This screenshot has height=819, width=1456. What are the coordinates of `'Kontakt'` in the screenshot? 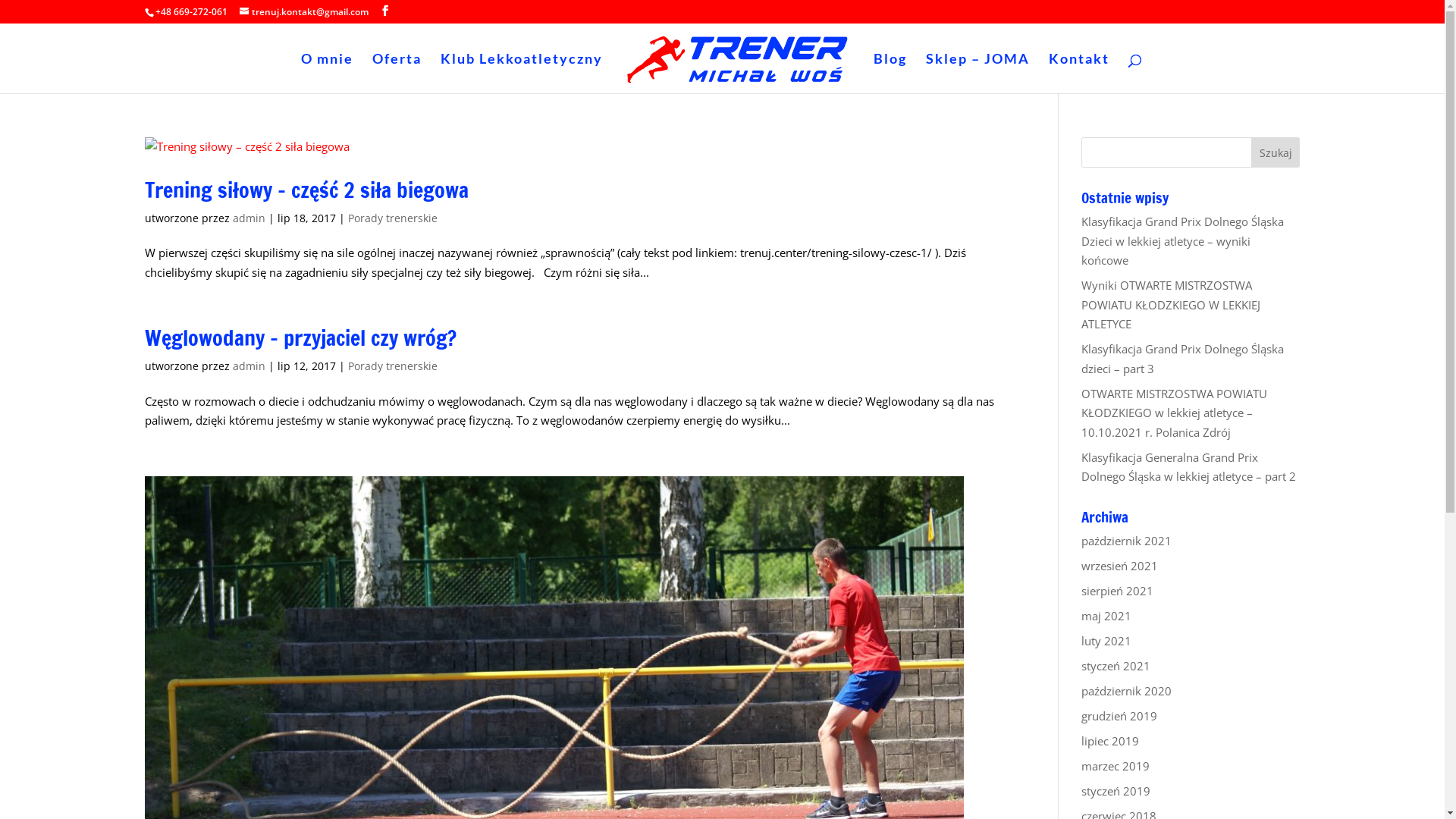 It's located at (1078, 73).